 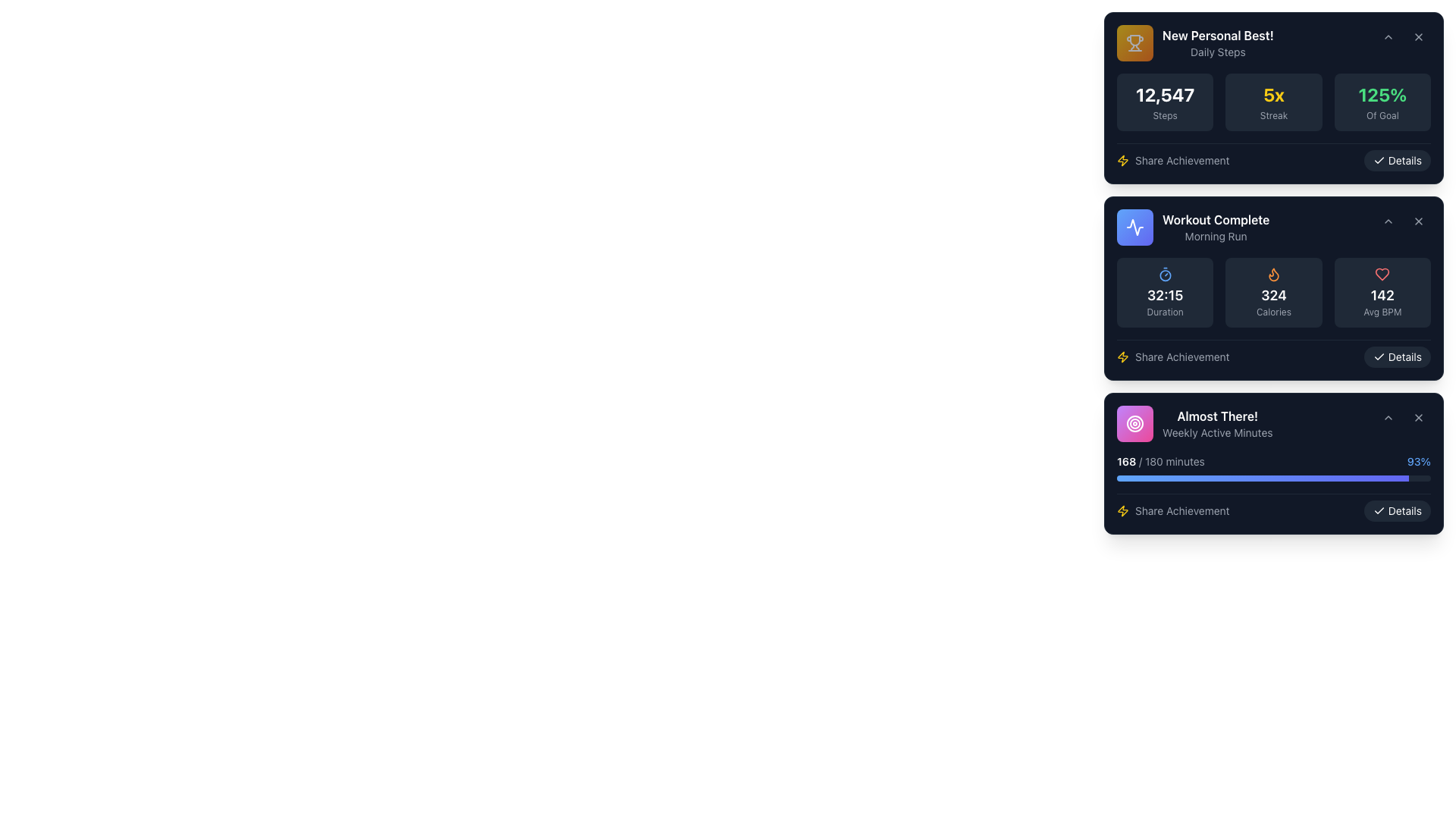 What do you see at coordinates (1274, 312) in the screenshot?
I see `individual sections of the Statistical summary display located within the 'Workout Complete' card, positioned centrally below the main heading and above the action buttons` at bounding box center [1274, 312].